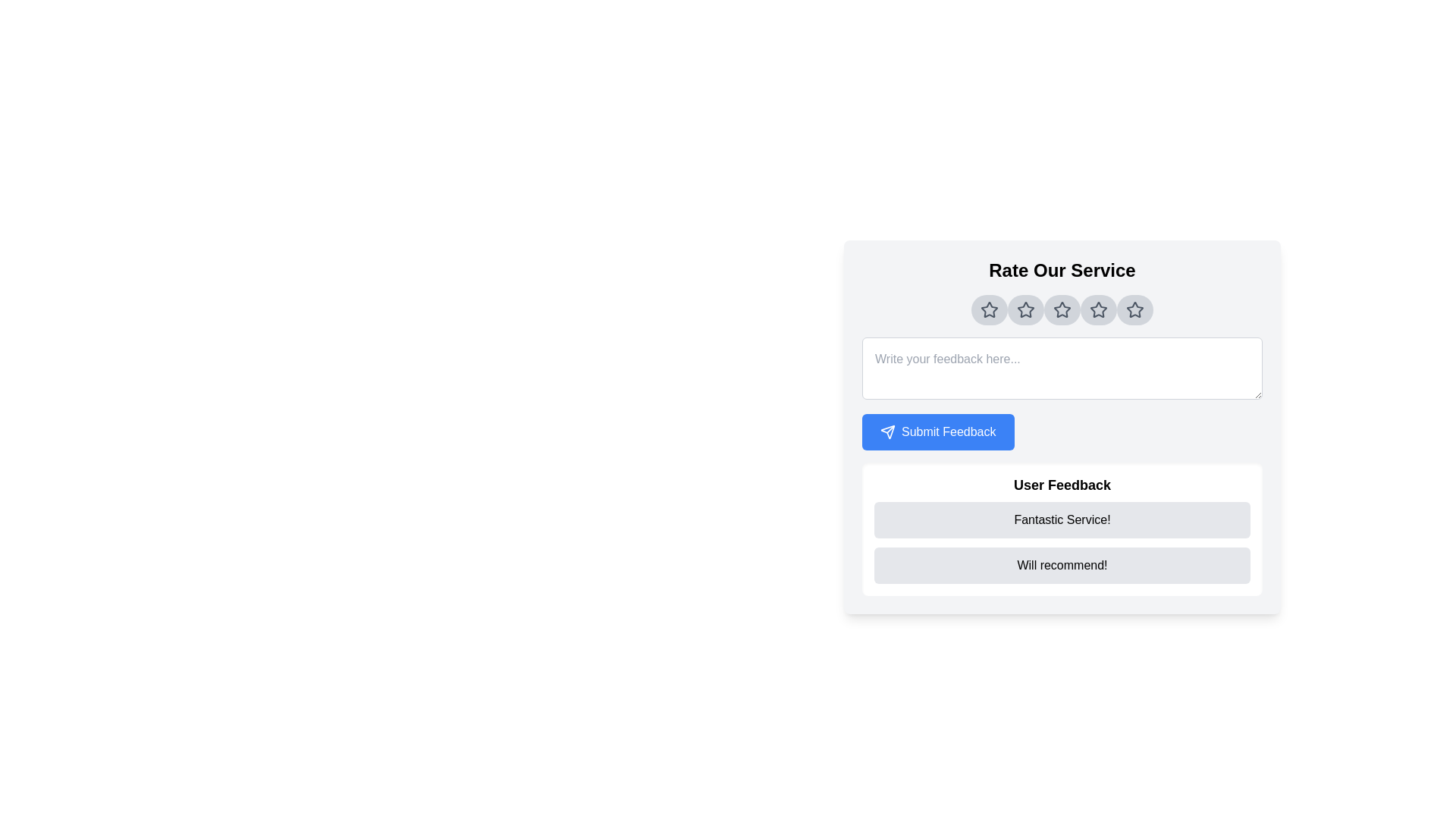 The image size is (1456, 819). I want to click on the fifth star icon in the rating section, so click(1135, 309).